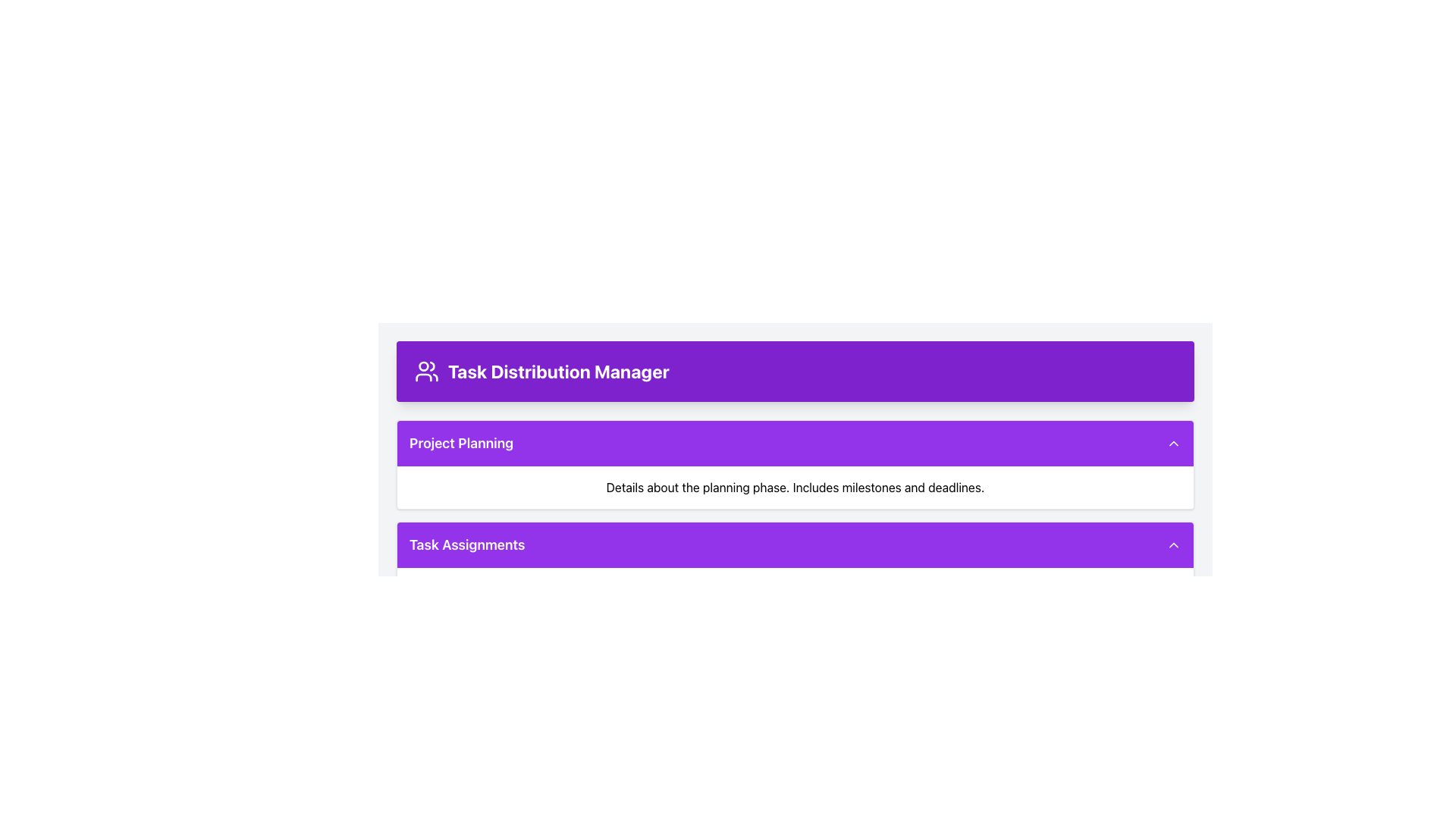 Image resolution: width=1456 pixels, height=819 pixels. I want to click on the Label element located at the bottom of the purple rectangular section associated with task assignments, which is accompanied by an adjacent chevron upwards icon, so click(466, 544).